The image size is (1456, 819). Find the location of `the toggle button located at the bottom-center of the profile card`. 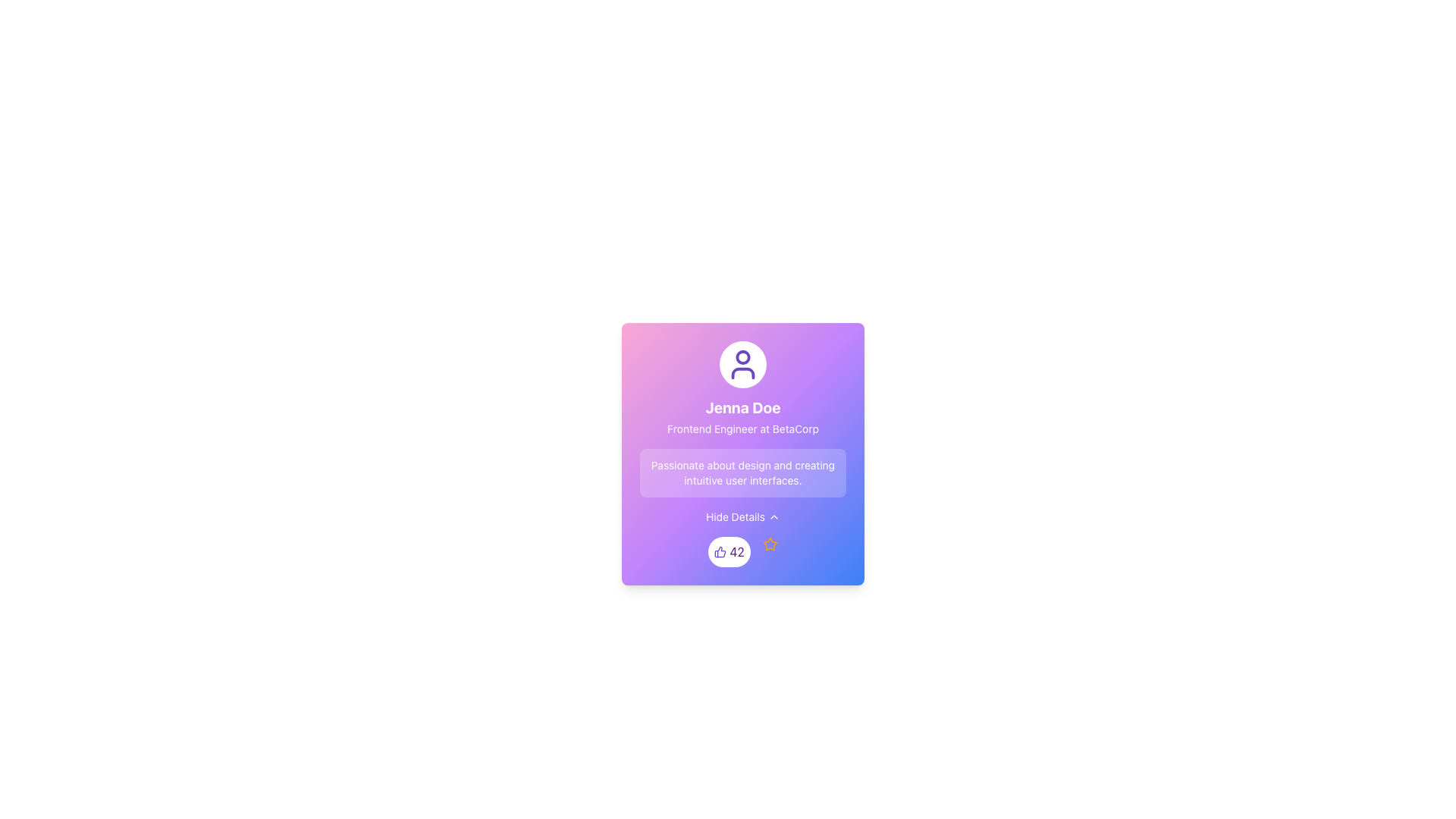

the toggle button located at the bottom-center of the profile card is located at coordinates (742, 516).